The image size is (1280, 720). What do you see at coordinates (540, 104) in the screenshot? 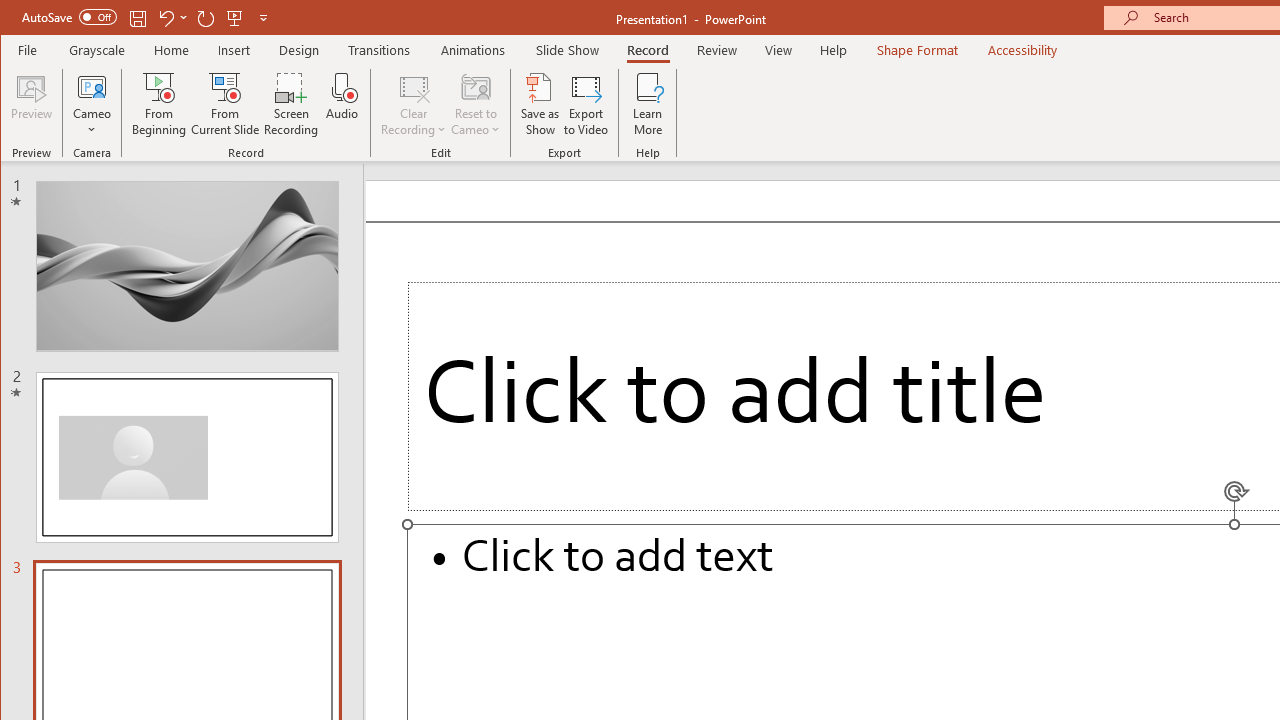
I see `'Save as Show'` at bounding box center [540, 104].